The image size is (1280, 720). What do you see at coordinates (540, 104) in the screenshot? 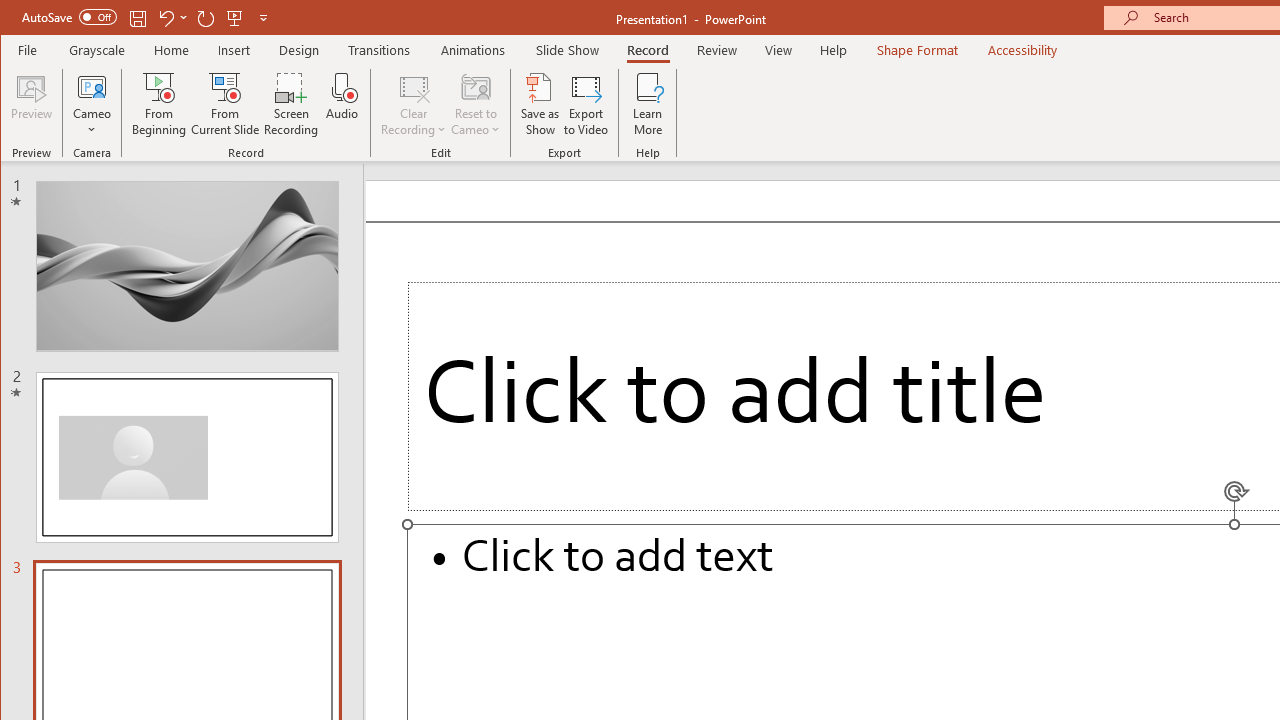
I see `'Save as Show'` at bounding box center [540, 104].